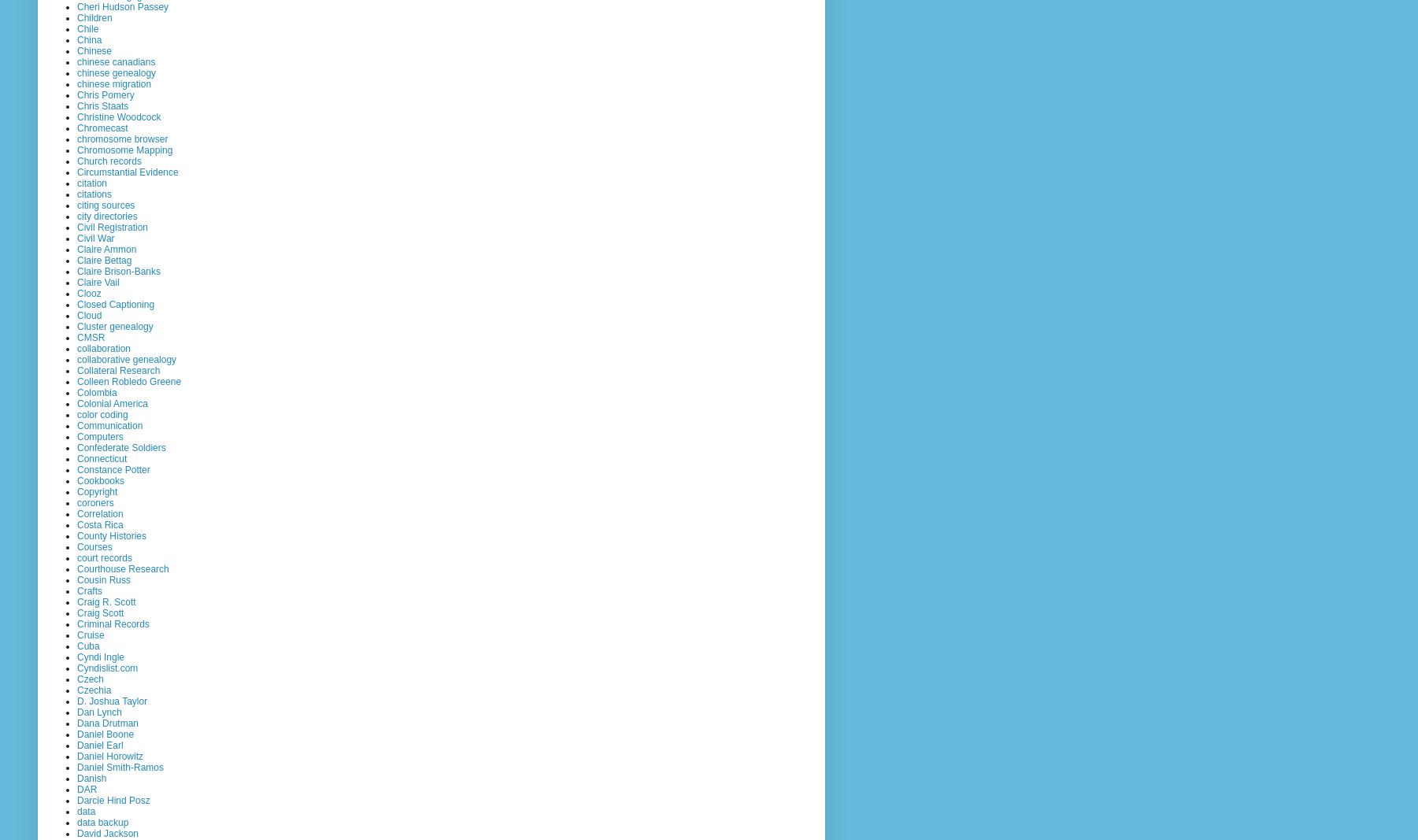 The height and width of the screenshot is (840, 1418). Describe the element at coordinates (109, 425) in the screenshot. I see `'Communication'` at that location.